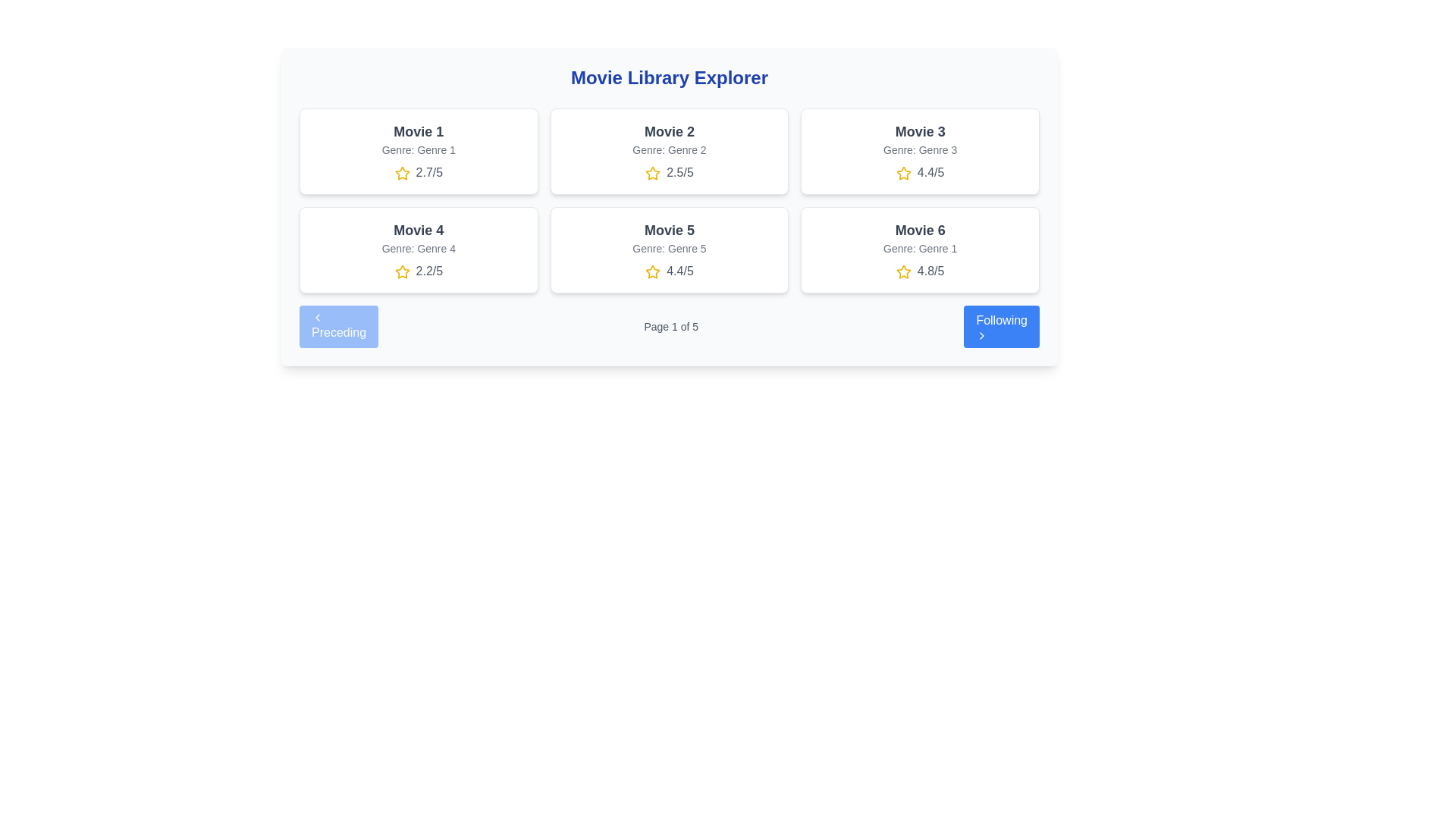  What do you see at coordinates (679, 171) in the screenshot?
I see `static text displaying the rating for the item 'Movie 2', which is located to the right of a yellow star icon in the bottom section of the card` at bounding box center [679, 171].